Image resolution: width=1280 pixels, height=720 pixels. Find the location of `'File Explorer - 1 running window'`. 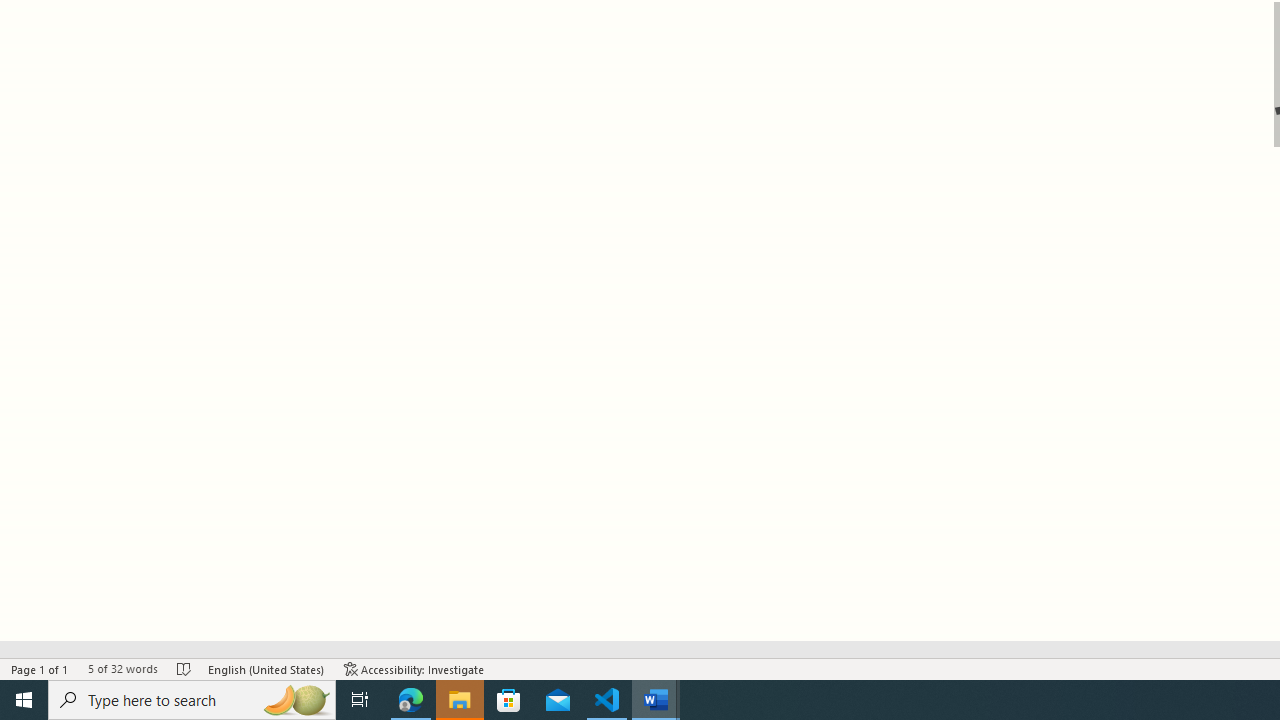

'File Explorer - 1 running window' is located at coordinates (459, 698).